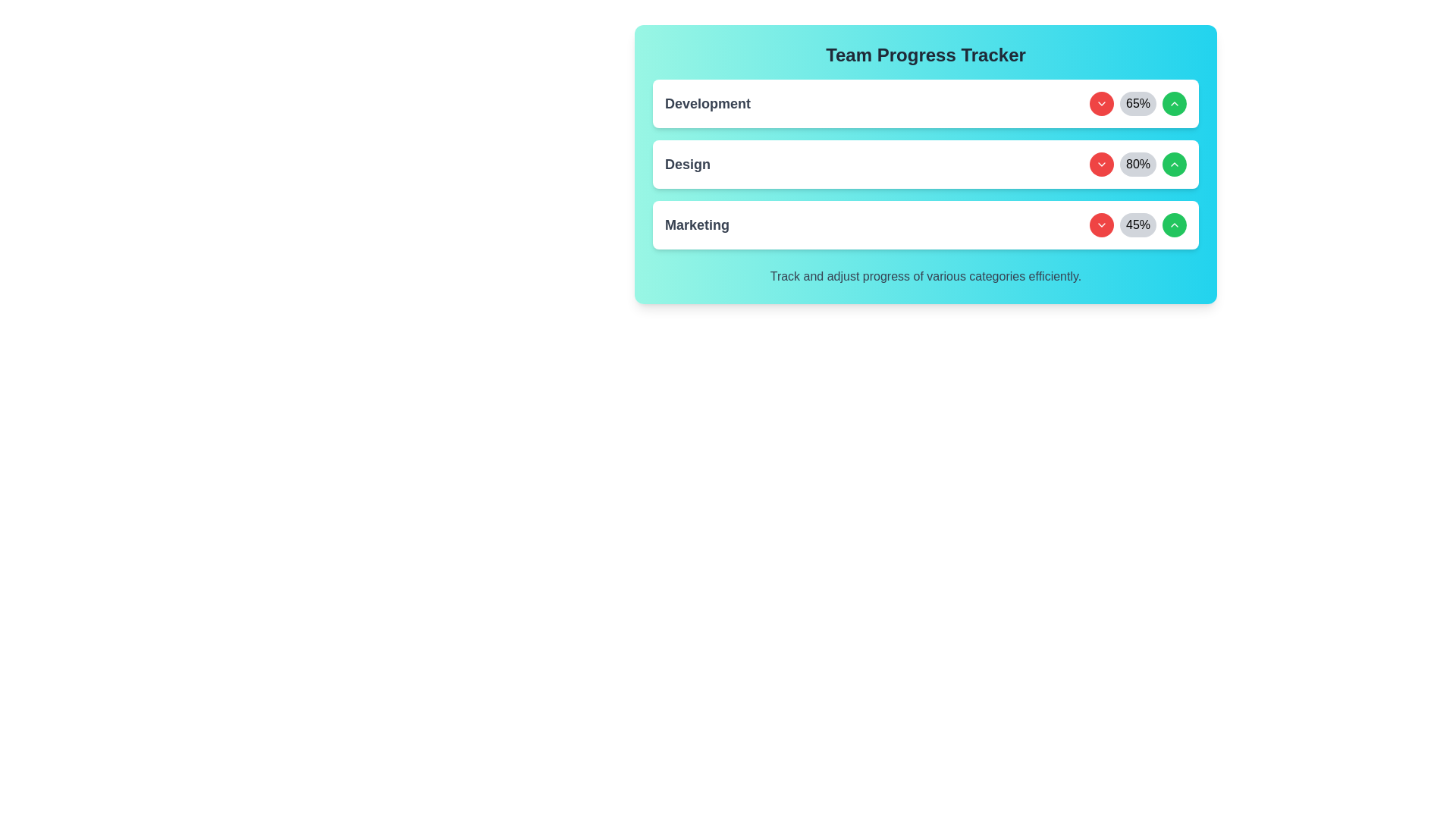 This screenshot has width=1456, height=819. What do you see at coordinates (696, 225) in the screenshot?
I see `the text label displaying 'Marketing' in bold, dark gray font, located below 'Development' and 'Design' labels` at bounding box center [696, 225].